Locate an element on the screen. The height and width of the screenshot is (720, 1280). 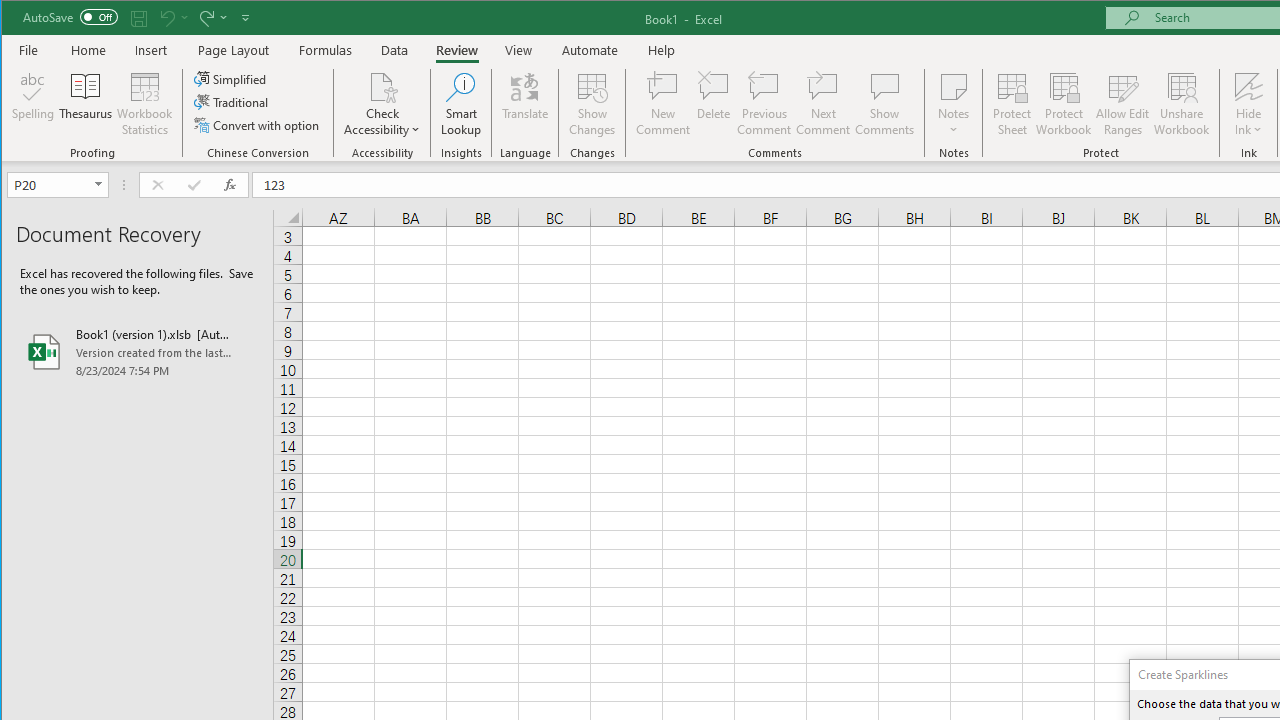
'Previous Comment' is located at coordinates (763, 104).